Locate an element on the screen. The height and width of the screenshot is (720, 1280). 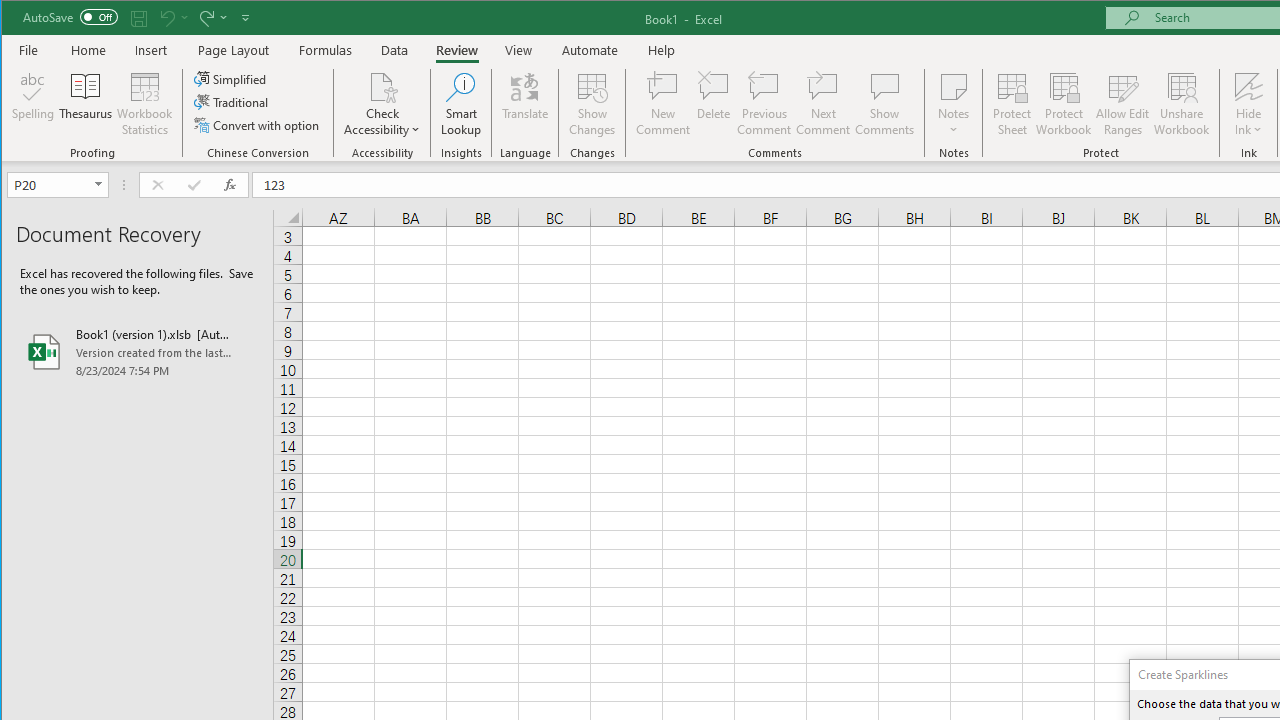
'Previous Comment' is located at coordinates (763, 104).